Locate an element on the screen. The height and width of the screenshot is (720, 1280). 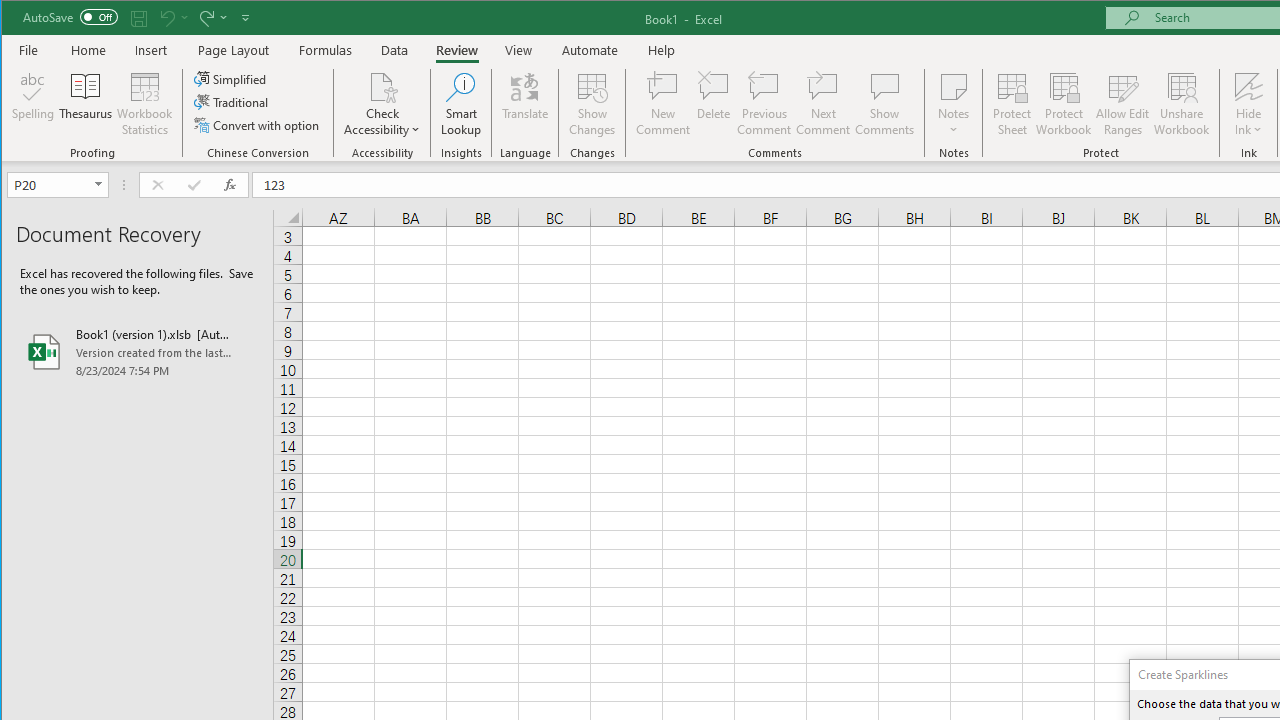
'Previous Comment' is located at coordinates (763, 104).